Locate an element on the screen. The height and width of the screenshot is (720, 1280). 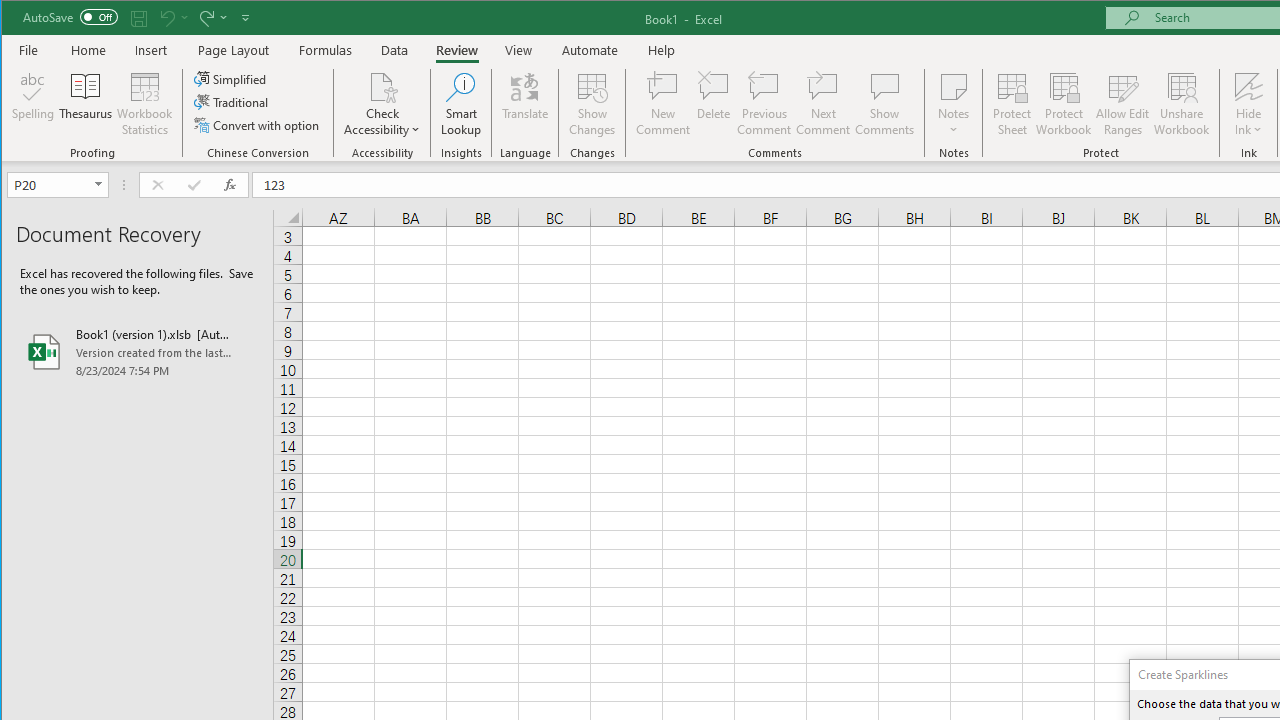
'Previous Comment' is located at coordinates (763, 104).